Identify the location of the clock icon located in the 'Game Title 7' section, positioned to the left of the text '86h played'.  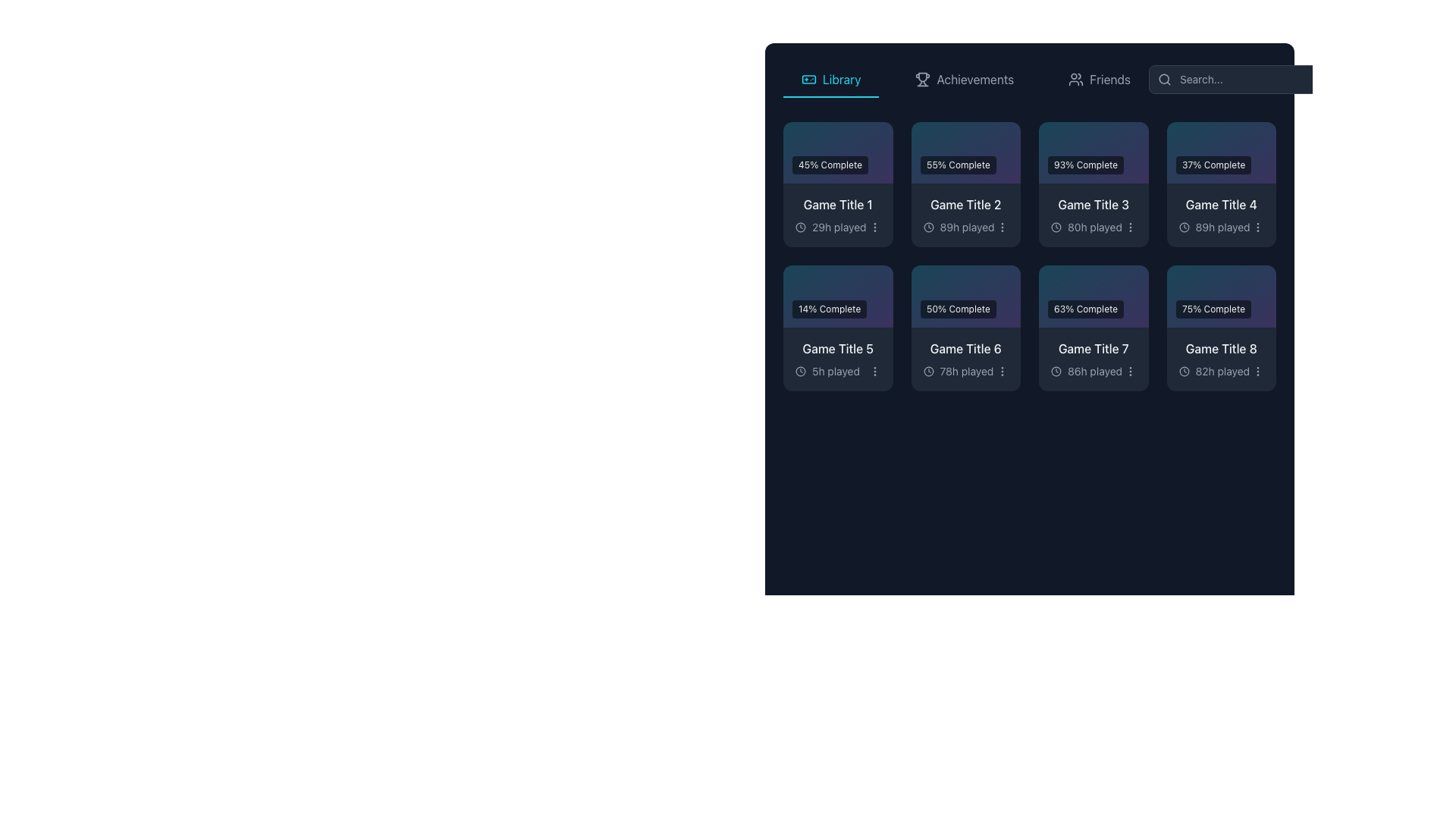
(1055, 371).